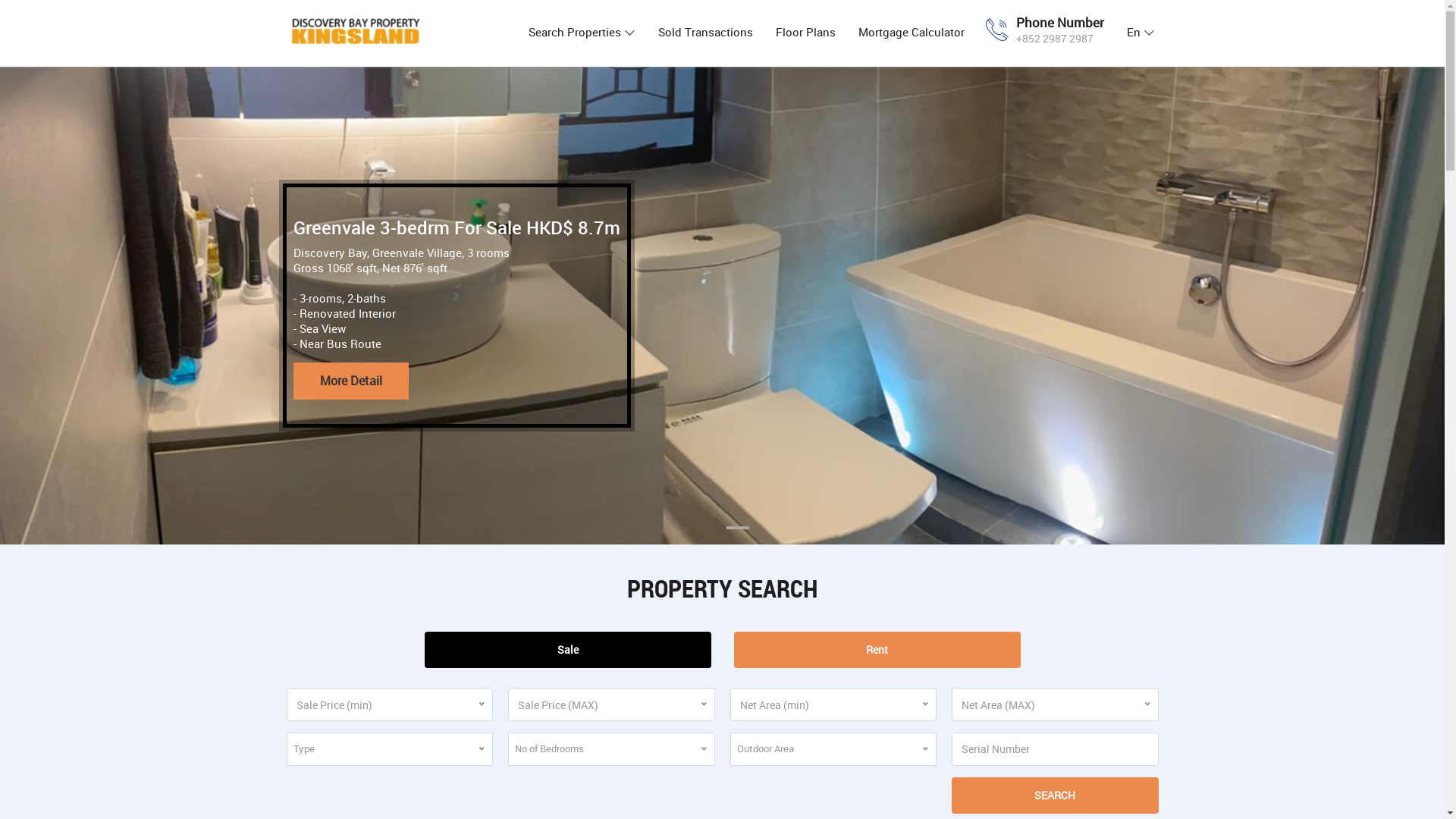 The width and height of the screenshot is (1456, 819). I want to click on 'Sale', so click(566, 648).